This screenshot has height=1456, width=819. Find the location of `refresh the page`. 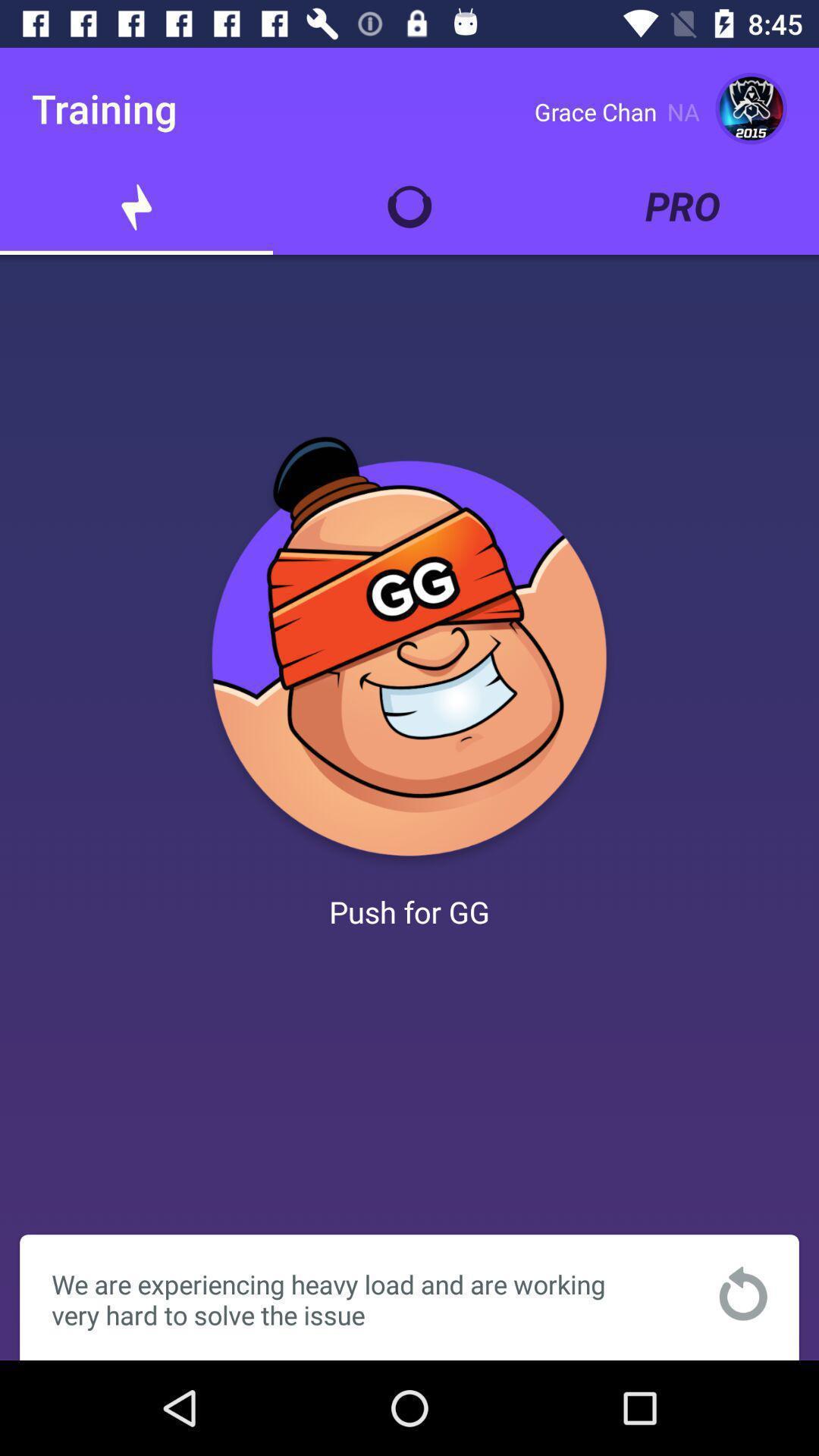

refresh the page is located at coordinates (742, 1292).